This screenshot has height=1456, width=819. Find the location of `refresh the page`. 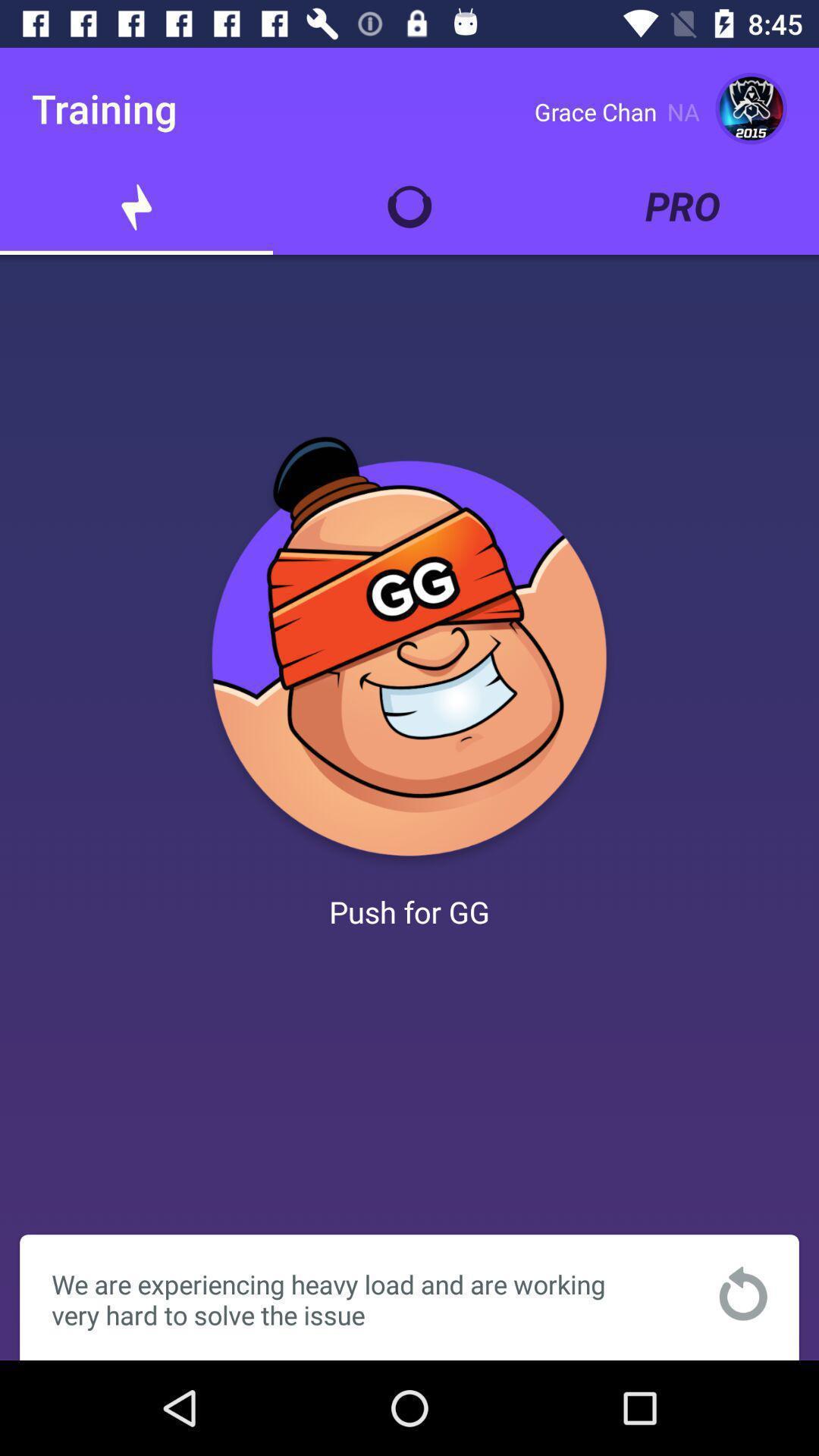

refresh the page is located at coordinates (742, 1292).